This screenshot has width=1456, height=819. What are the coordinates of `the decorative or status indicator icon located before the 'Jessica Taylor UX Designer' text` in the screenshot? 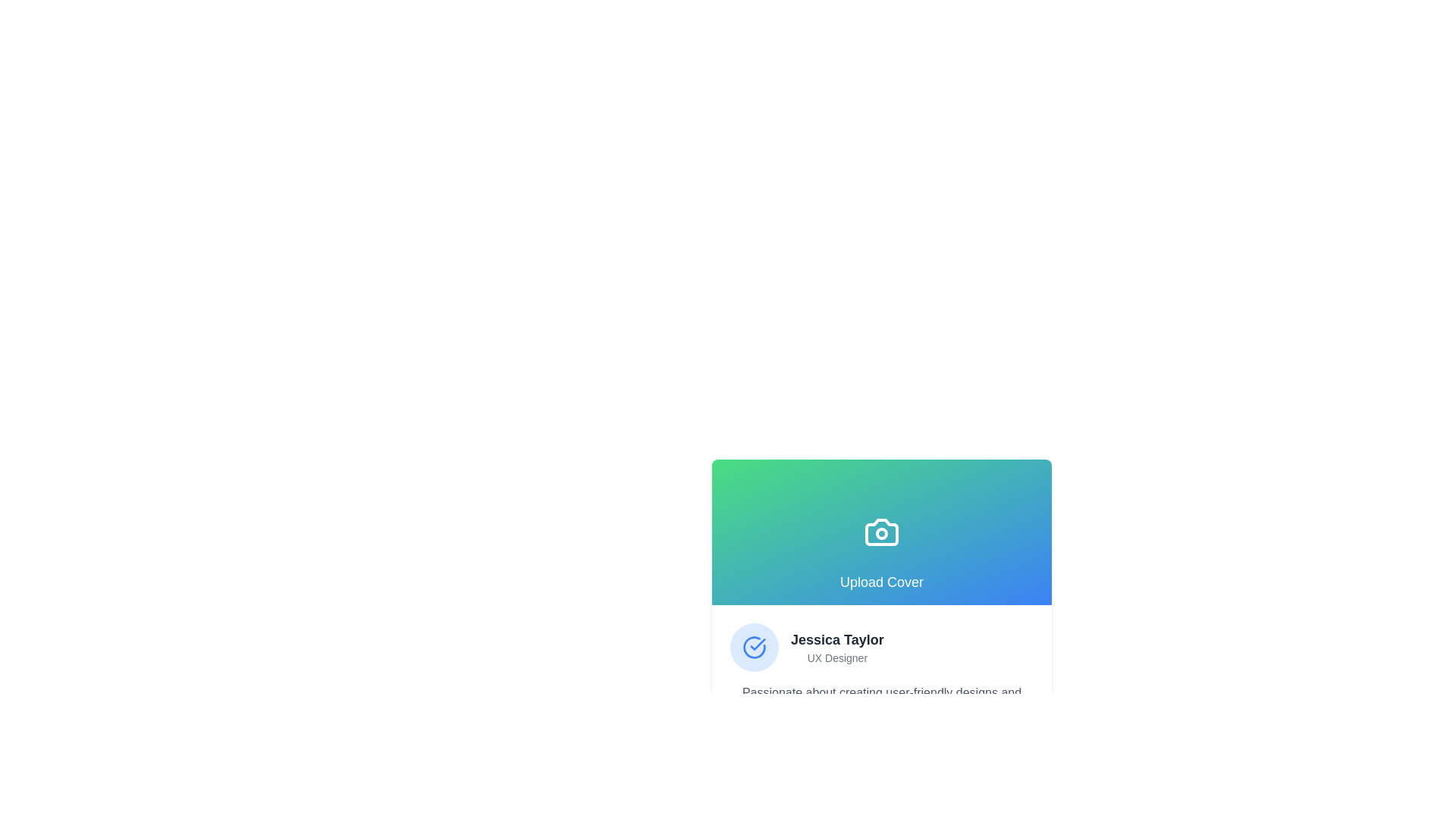 It's located at (754, 647).